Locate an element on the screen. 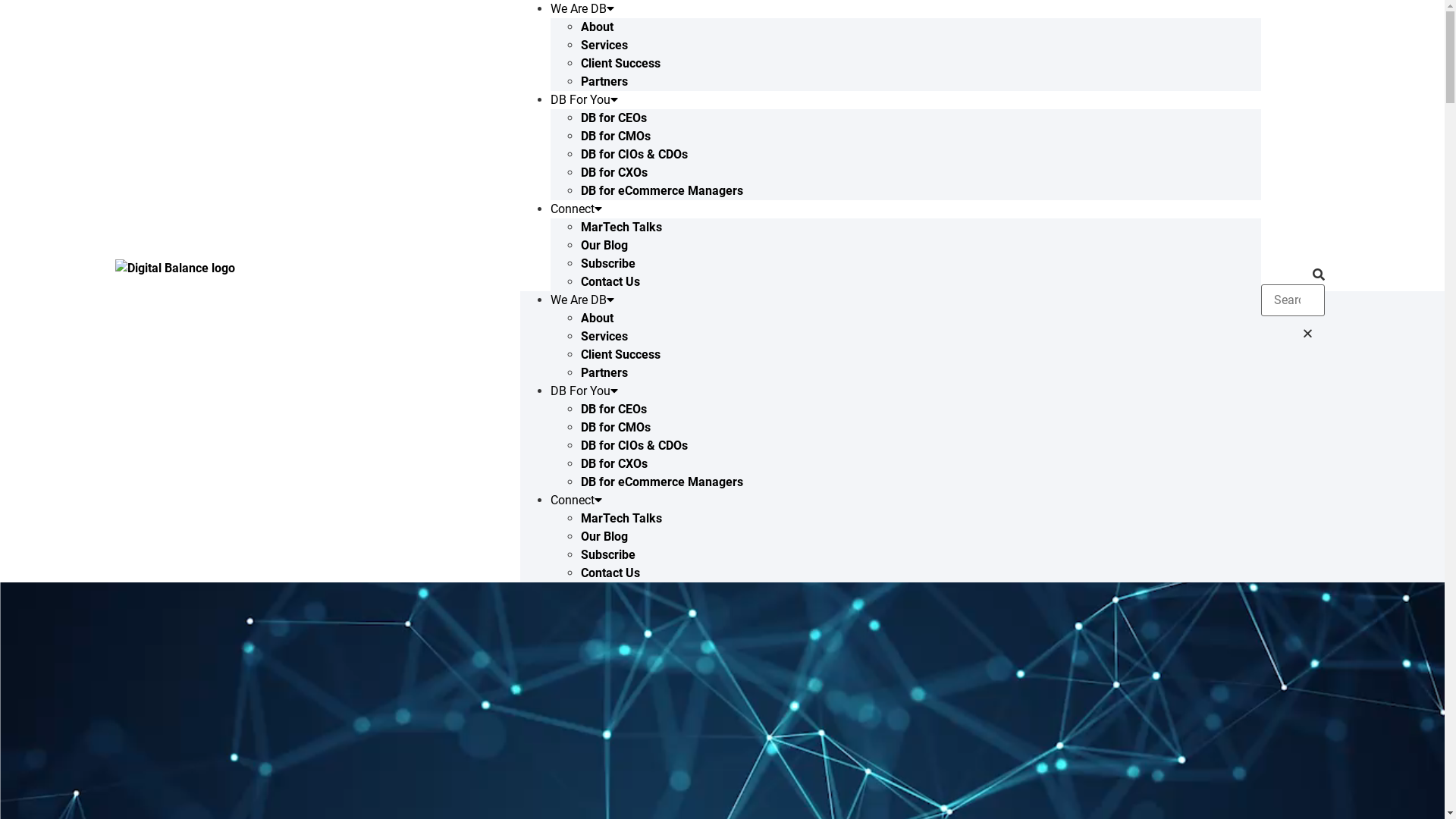 This screenshot has width=1456, height=819. 'DB For You' is located at coordinates (583, 99).